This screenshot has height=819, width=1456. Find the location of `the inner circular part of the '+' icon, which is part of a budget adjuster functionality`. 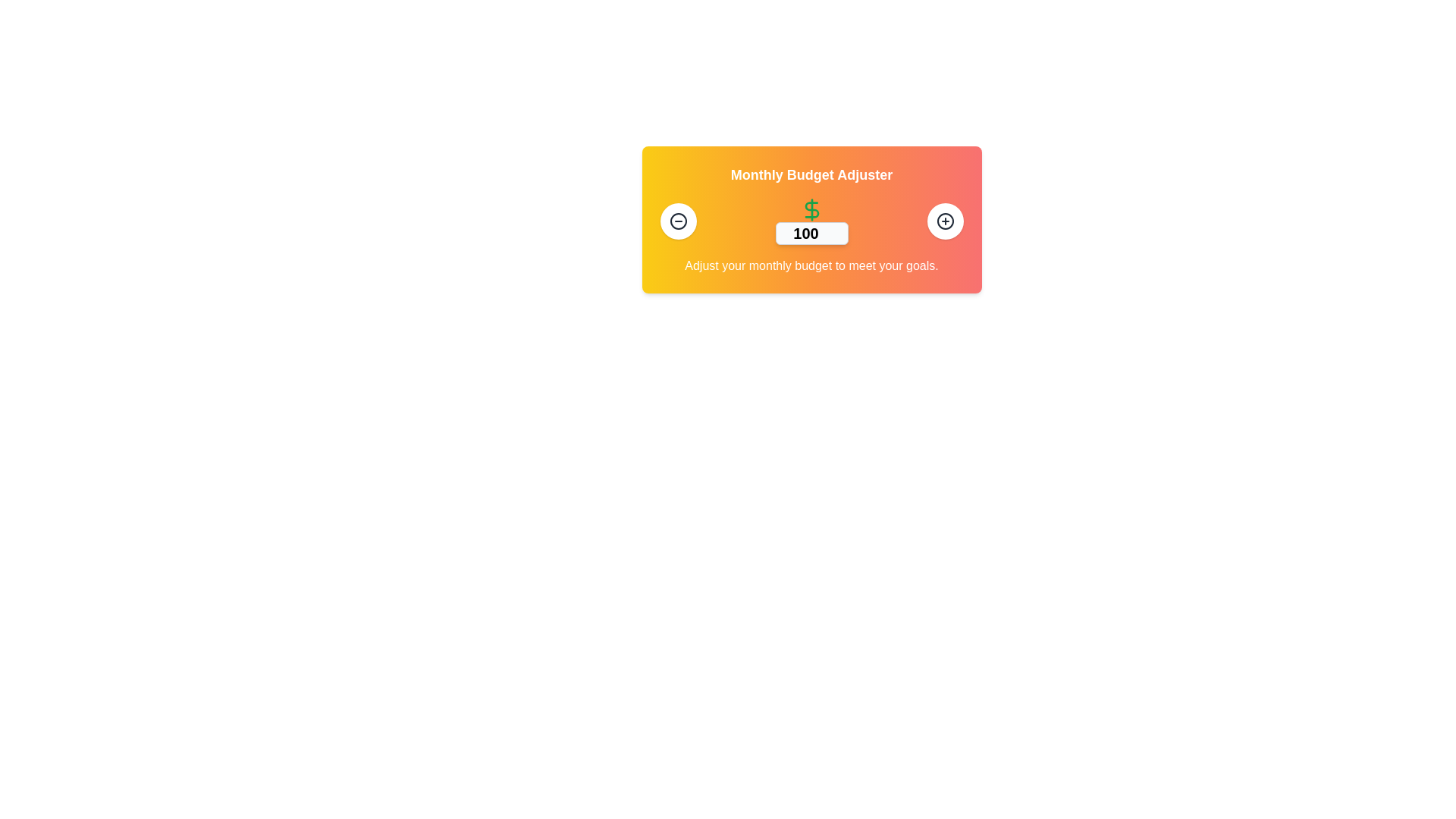

the inner circular part of the '+' icon, which is part of a budget adjuster functionality is located at coordinates (944, 221).